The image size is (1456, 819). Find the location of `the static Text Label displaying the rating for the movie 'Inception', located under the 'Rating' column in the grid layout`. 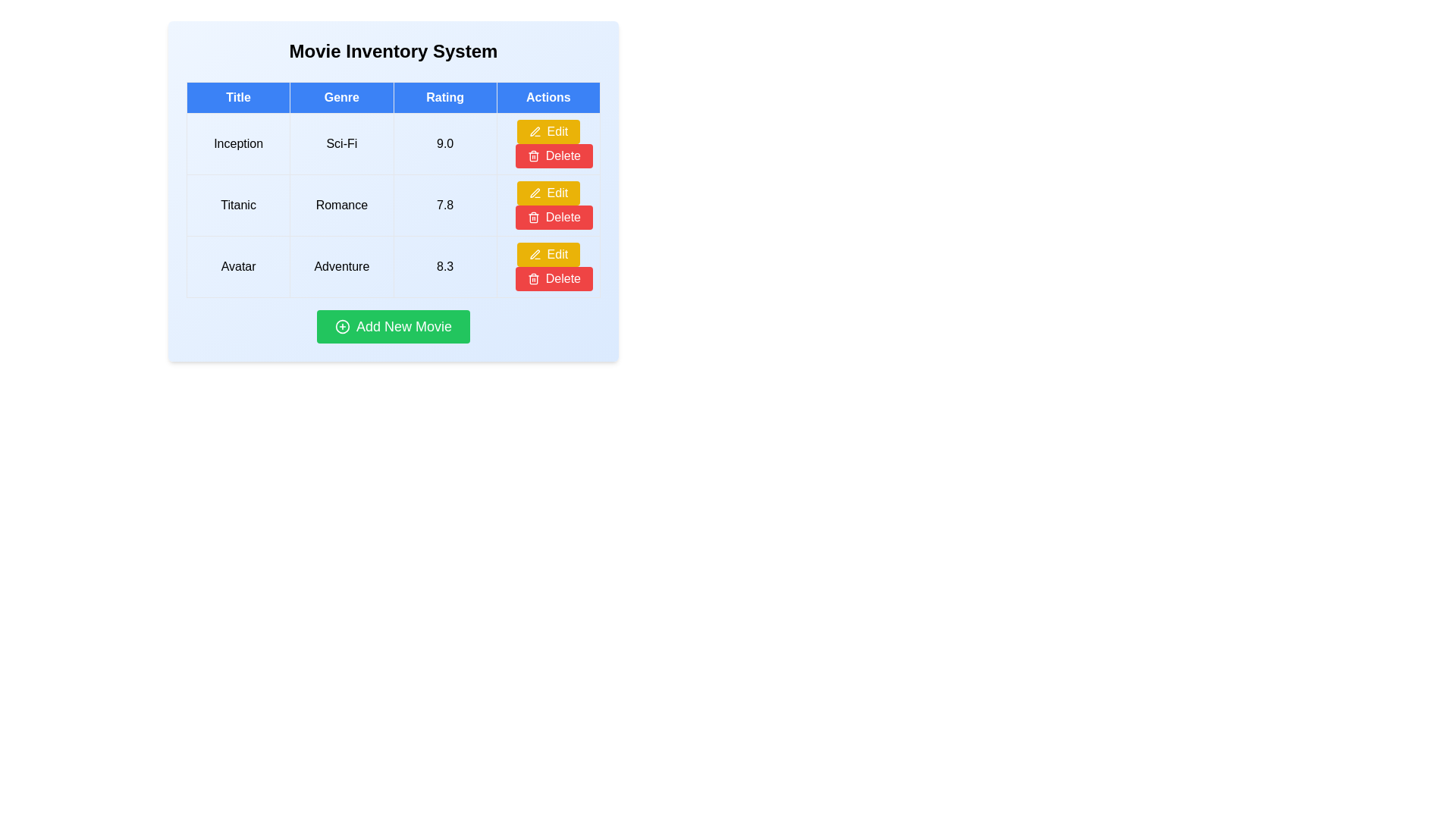

the static Text Label displaying the rating for the movie 'Inception', located under the 'Rating' column in the grid layout is located at coordinates (444, 143).